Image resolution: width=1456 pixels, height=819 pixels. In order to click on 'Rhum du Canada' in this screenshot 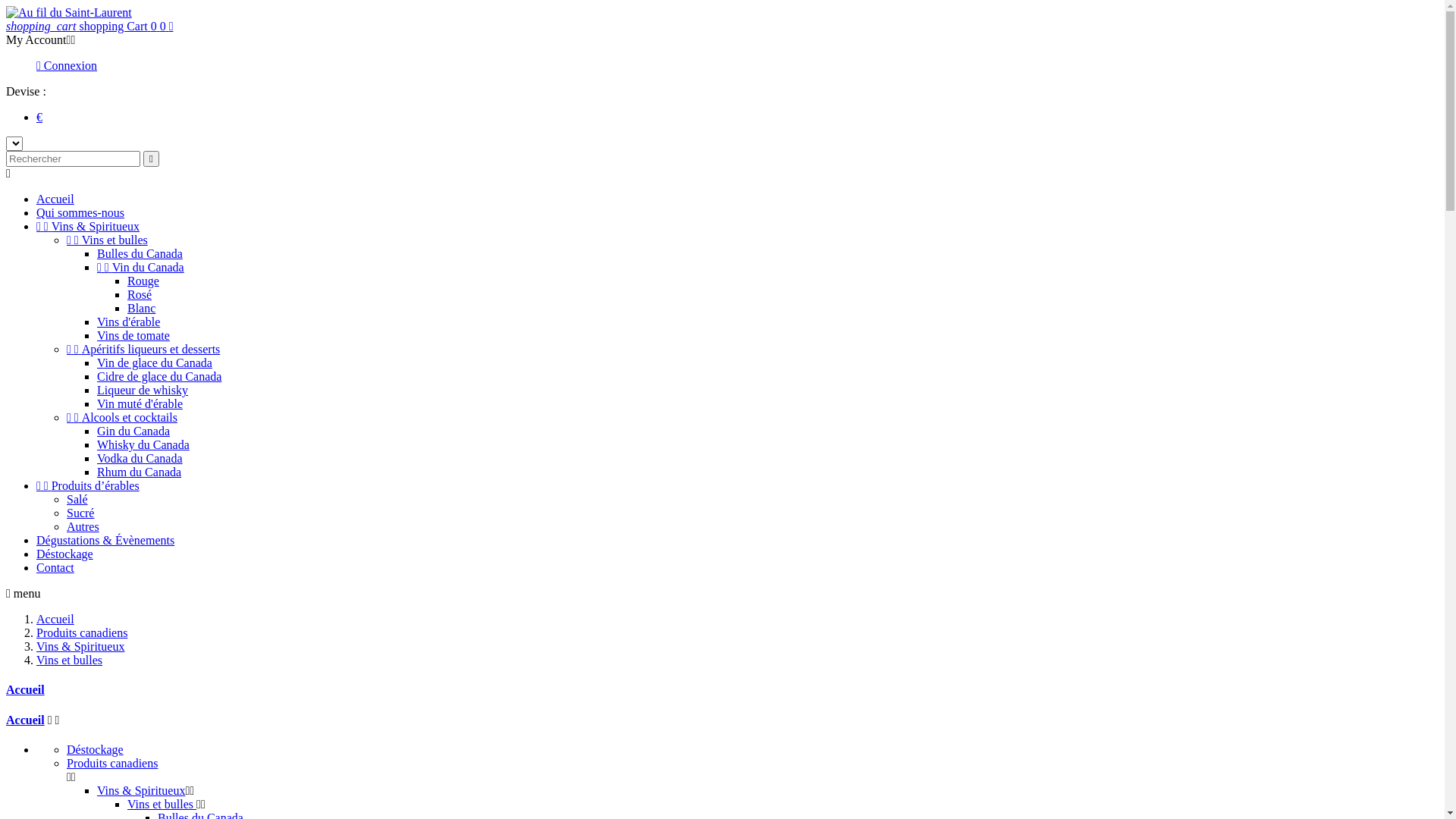, I will do `click(96, 471)`.